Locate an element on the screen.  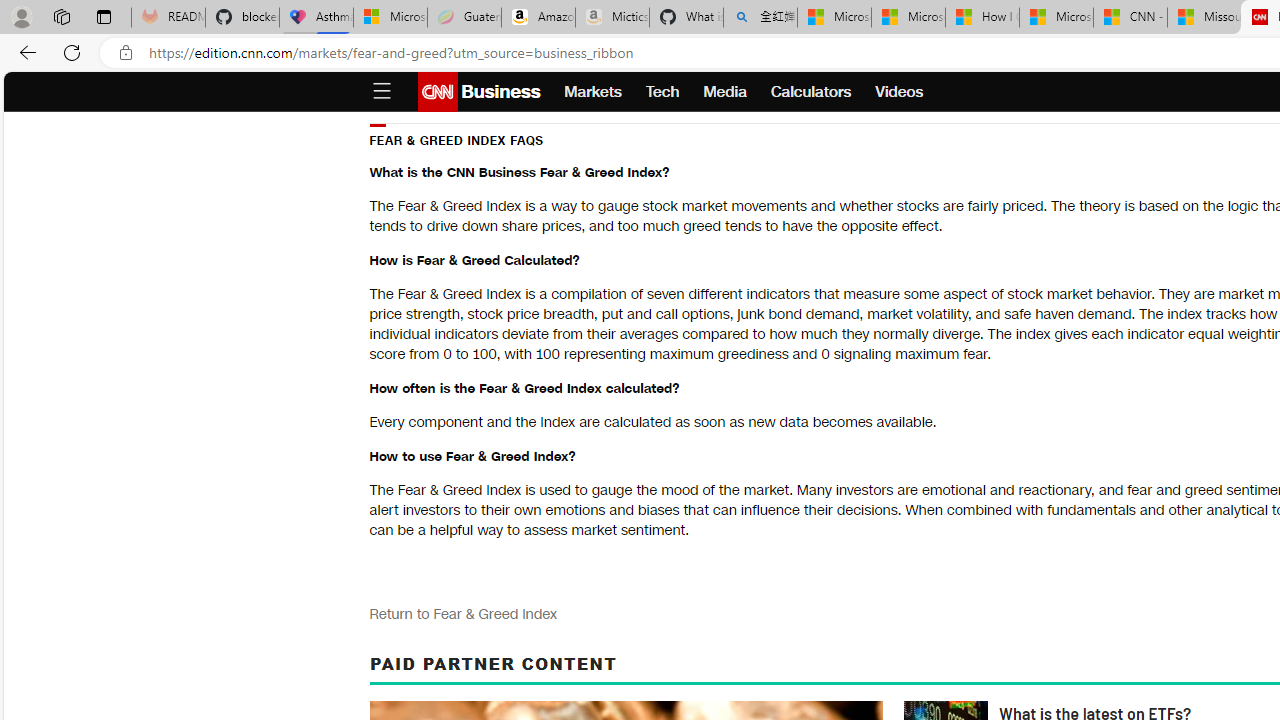
'Asthma Inhalers: Names and Types' is located at coordinates (315, 17).